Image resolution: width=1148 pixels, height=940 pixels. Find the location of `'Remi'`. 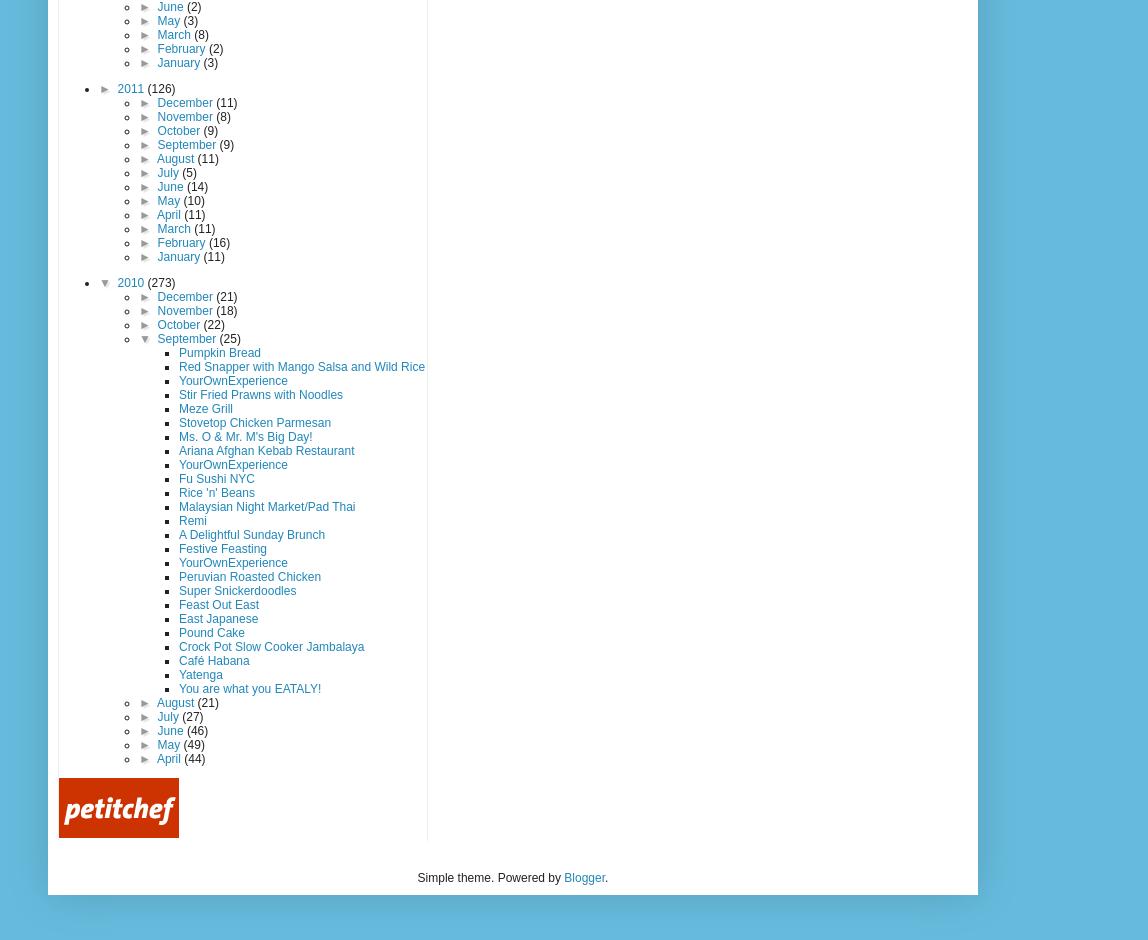

'Remi' is located at coordinates (178, 519).